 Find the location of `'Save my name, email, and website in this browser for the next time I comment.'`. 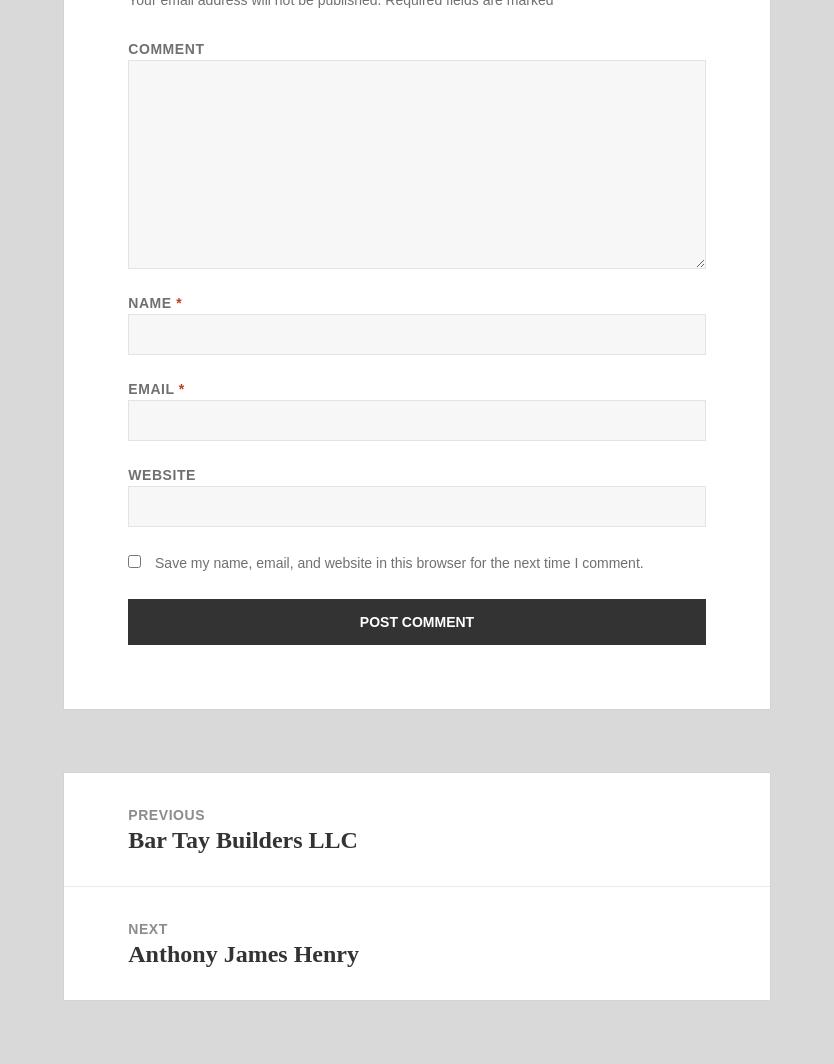

'Save my name, email, and website in this browser for the next time I comment.' is located at coordinates (397, 562).